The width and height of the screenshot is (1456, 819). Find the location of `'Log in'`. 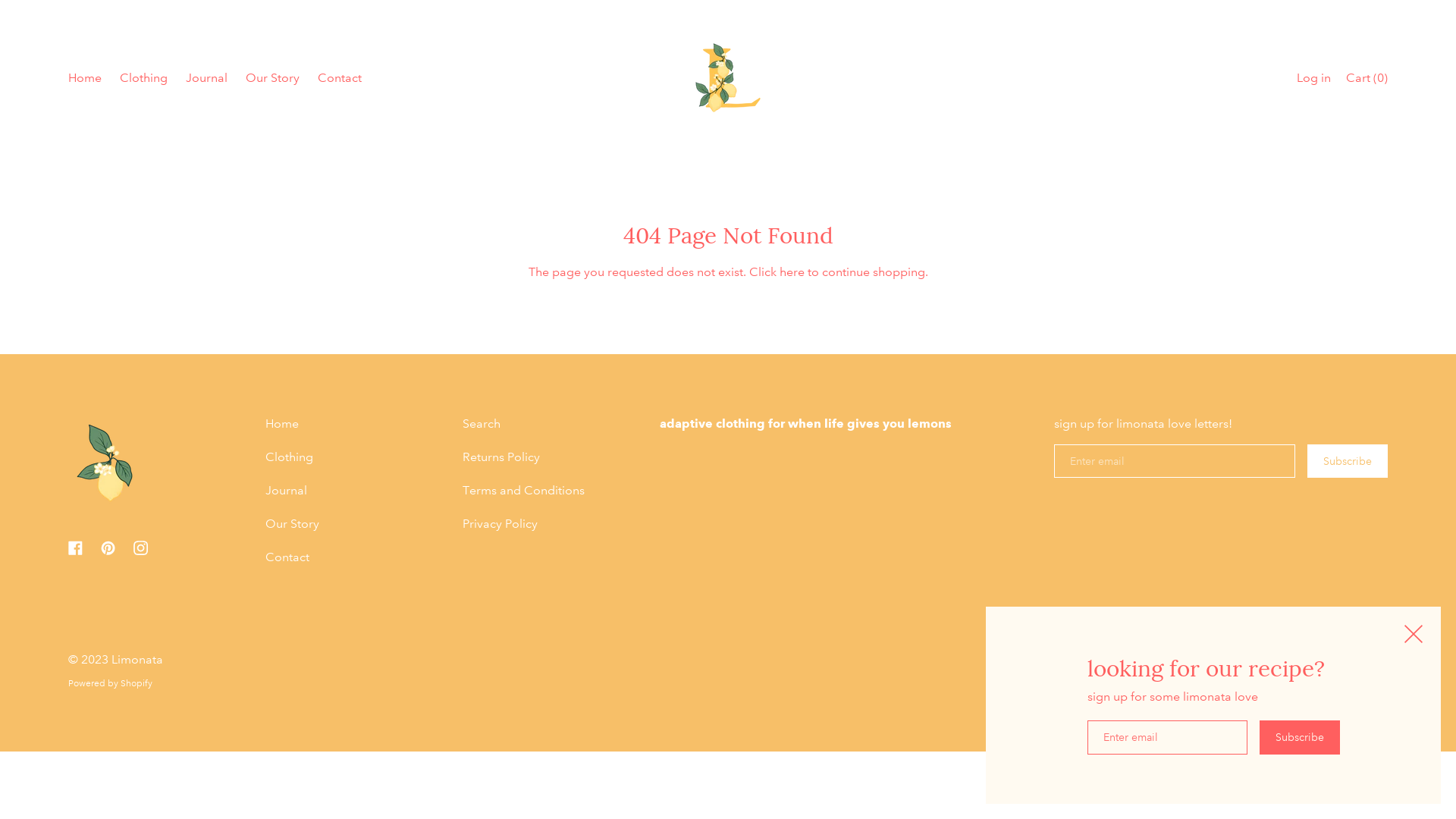

'Log in' is located at coordinates (1313, 79).